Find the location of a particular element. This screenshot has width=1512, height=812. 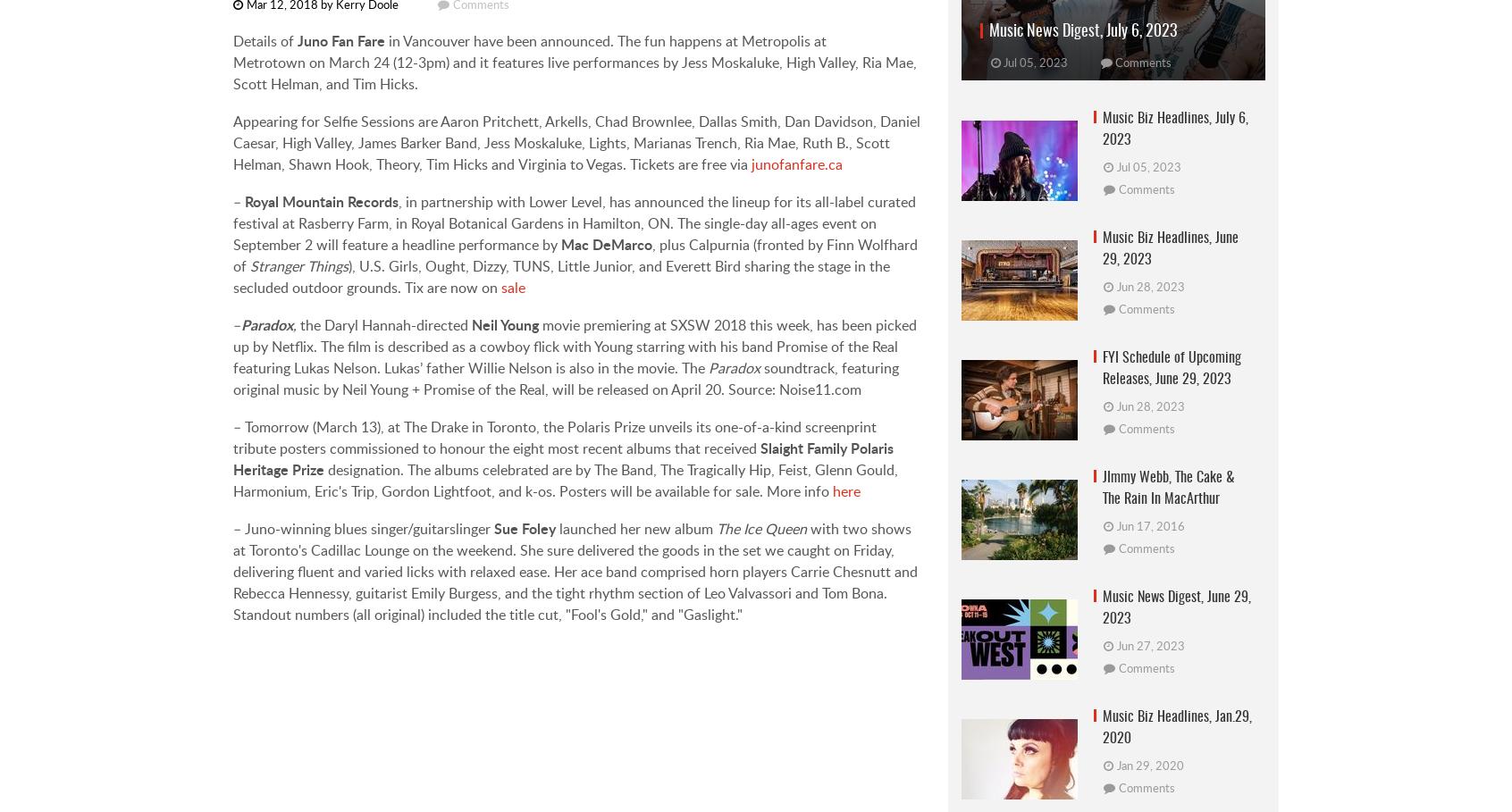

'Details of' is located at coordinates (264, 40).